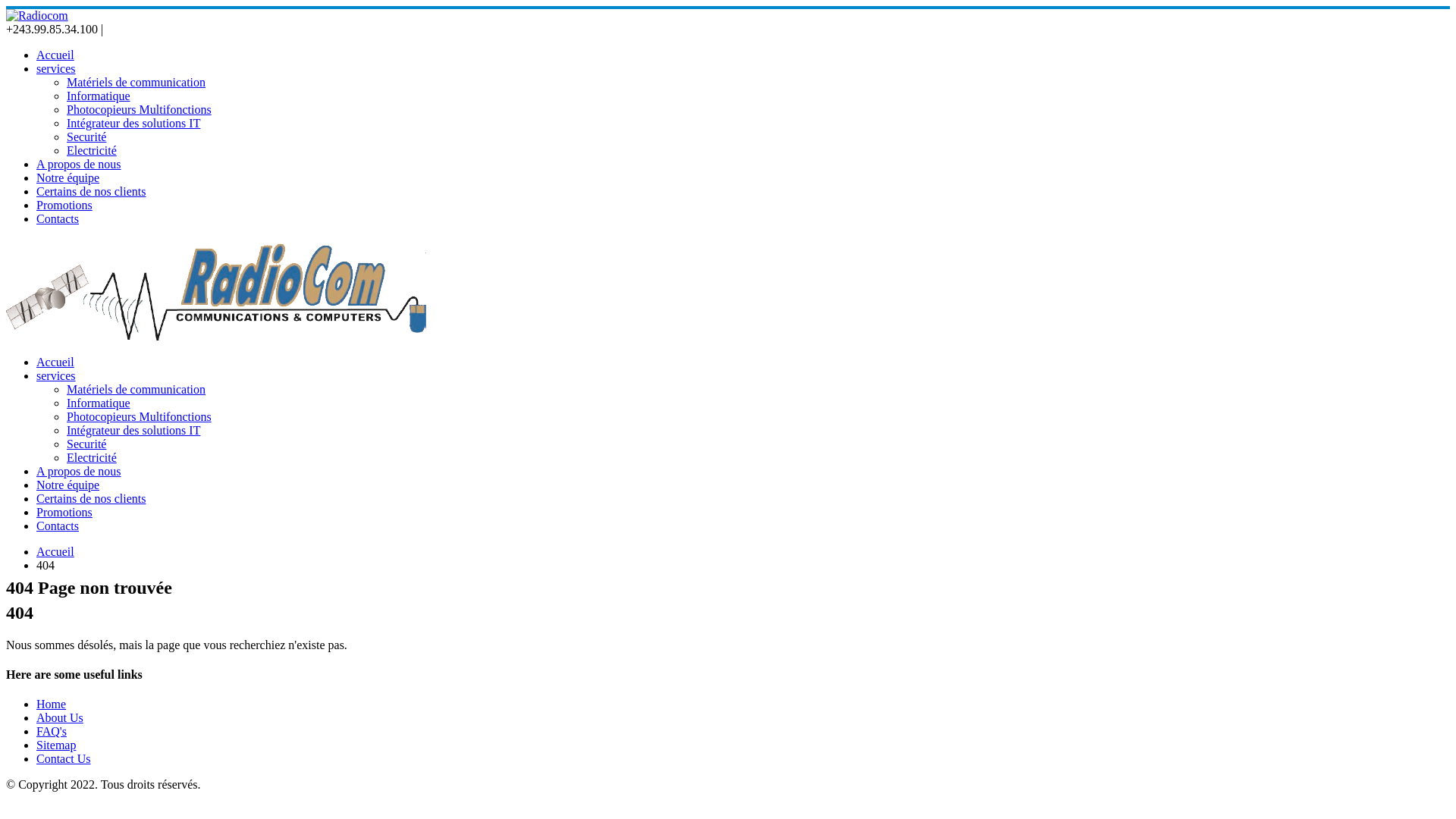 This screenshot has height=819, width=1456. I want to click on 'FAQ's', so click(51, 730).